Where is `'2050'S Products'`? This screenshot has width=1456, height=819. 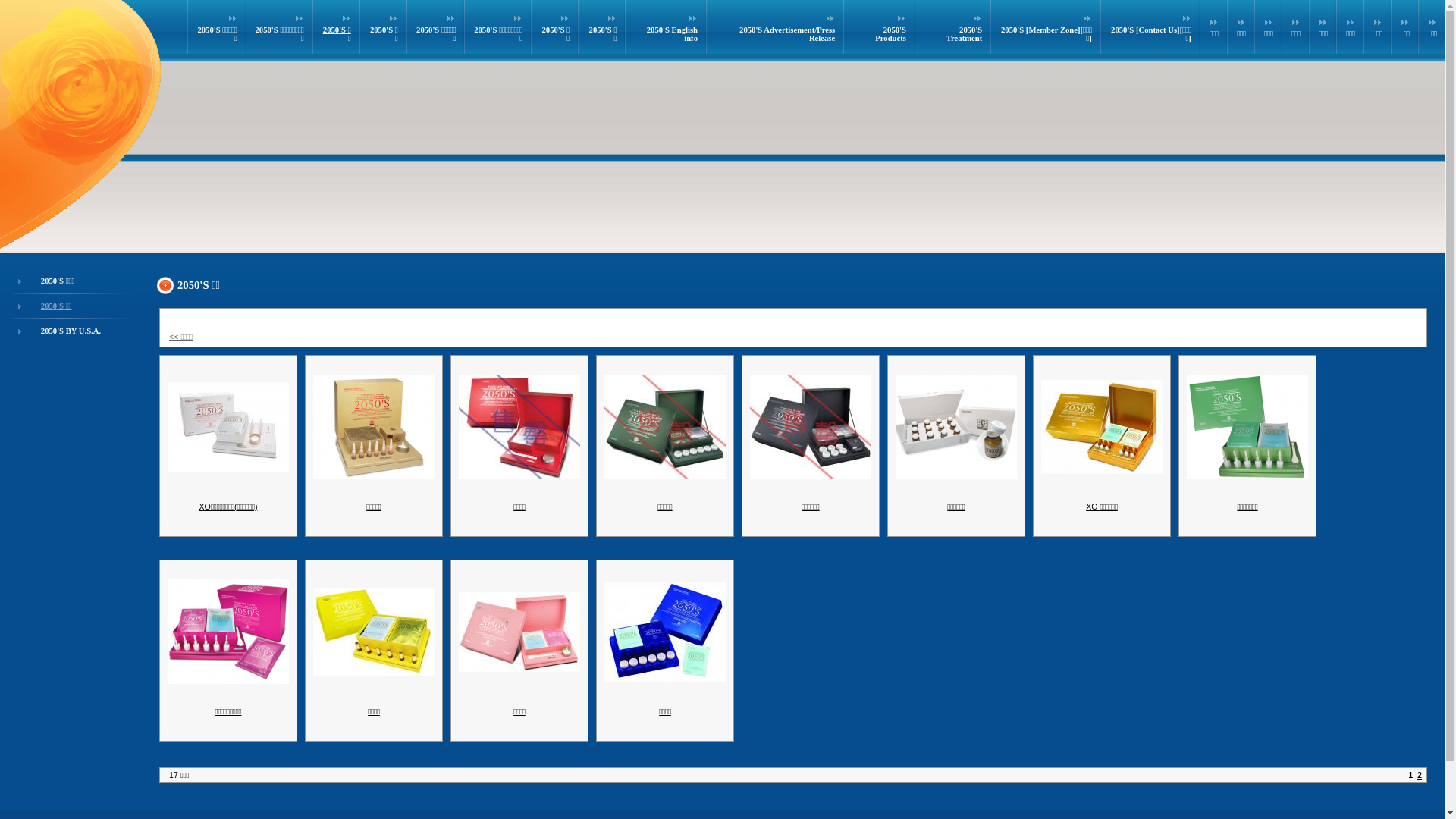 '2050'S Products' is located at coordinates (890, 34).